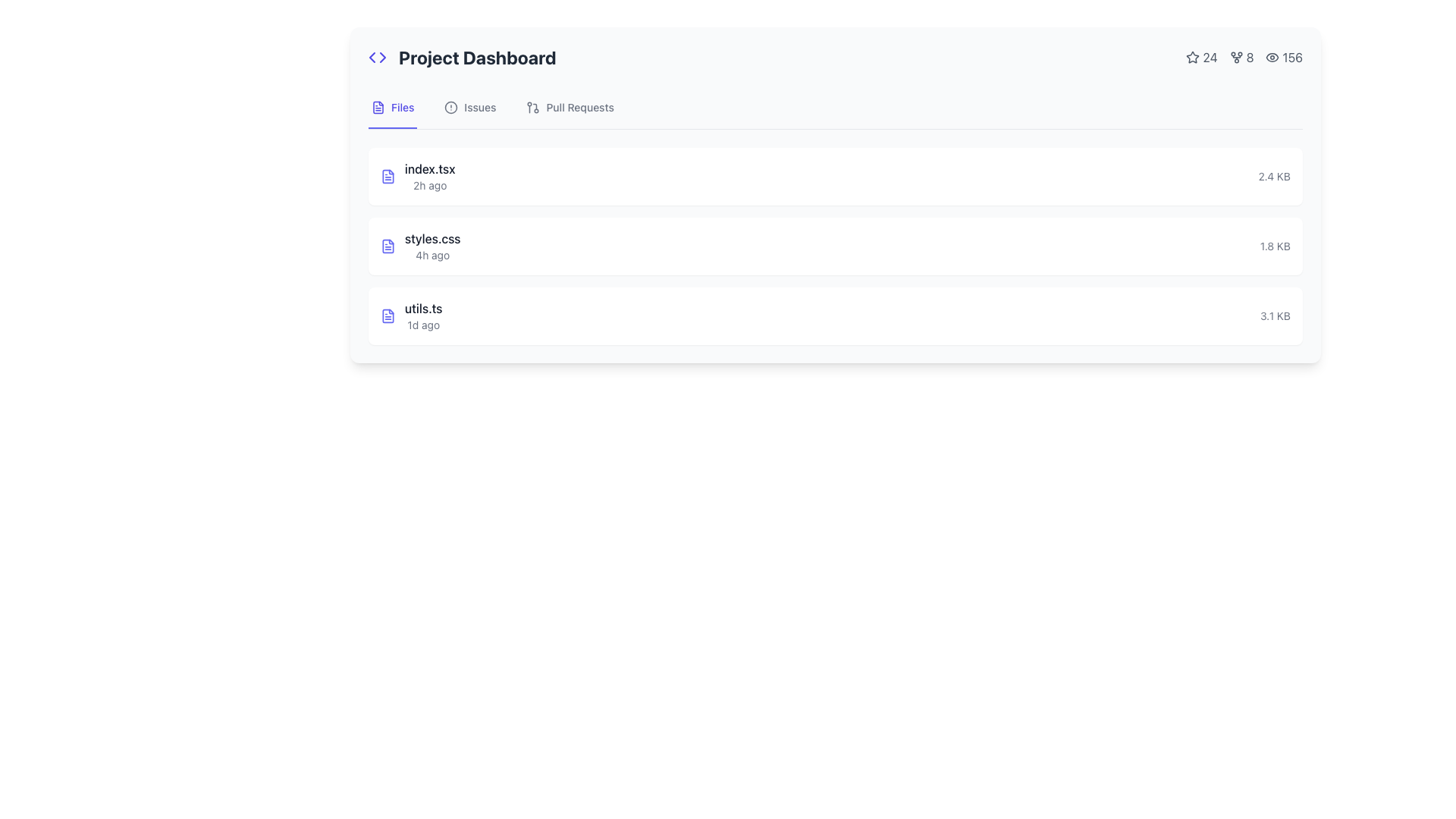 The image size is (1456, 819). Describe the element at coordinates (382, 57) in the screenshot. I see `the arrow SVG element located at the top-left corner of the dashboard, which serves as a visual indicator for navigation` at that location.